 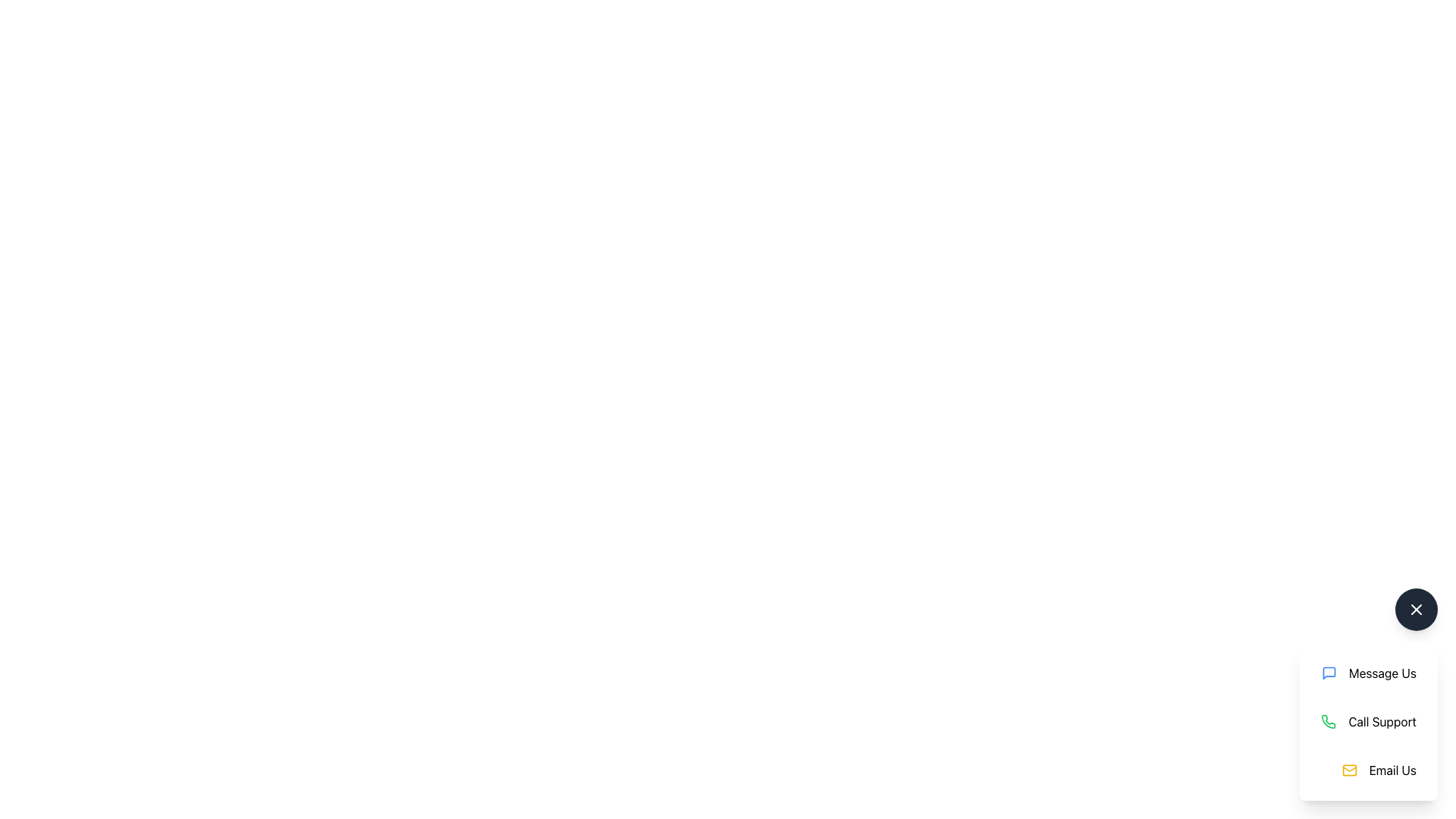 I want to click on the 'Call Support' button, which is the second interactive item in a vertical list, featuring a green phone icon and a text label that changes color on hover, so click(x=1369, y=721).